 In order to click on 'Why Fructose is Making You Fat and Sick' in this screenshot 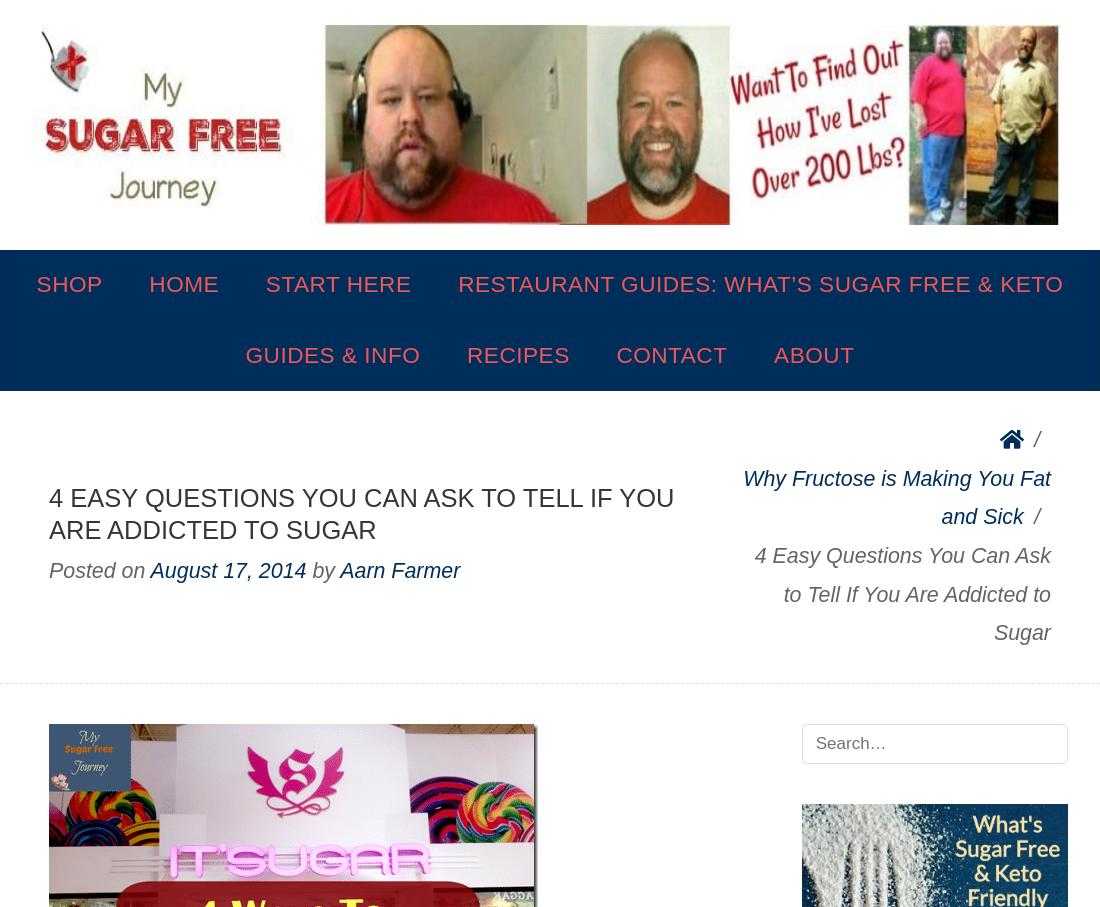, I will do `click(897, 496)`.